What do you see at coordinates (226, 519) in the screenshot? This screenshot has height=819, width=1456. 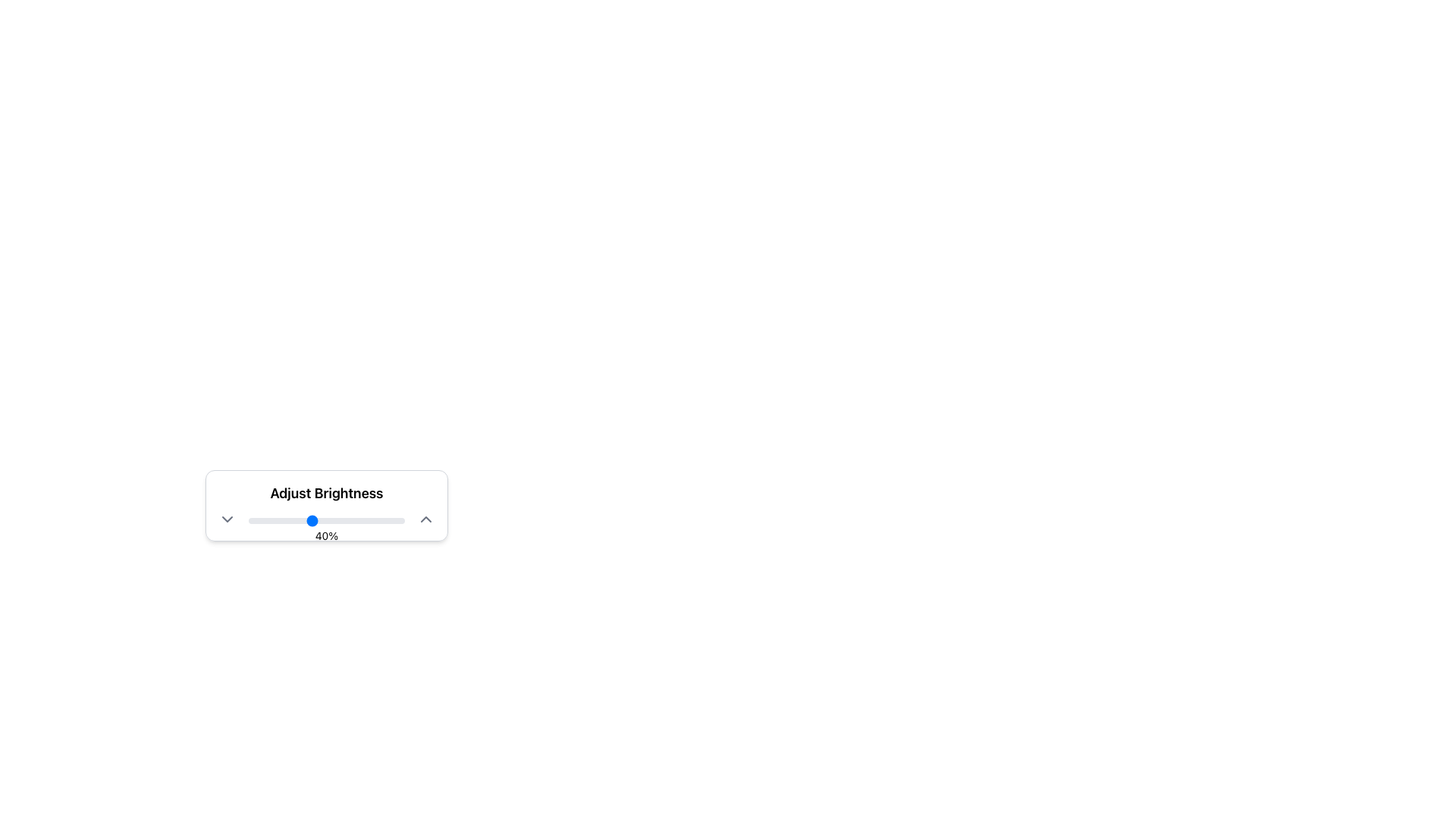 I see `the button located in the 'Adjust Brightness' interface on the far-left side` at bounding box center [226, 519].